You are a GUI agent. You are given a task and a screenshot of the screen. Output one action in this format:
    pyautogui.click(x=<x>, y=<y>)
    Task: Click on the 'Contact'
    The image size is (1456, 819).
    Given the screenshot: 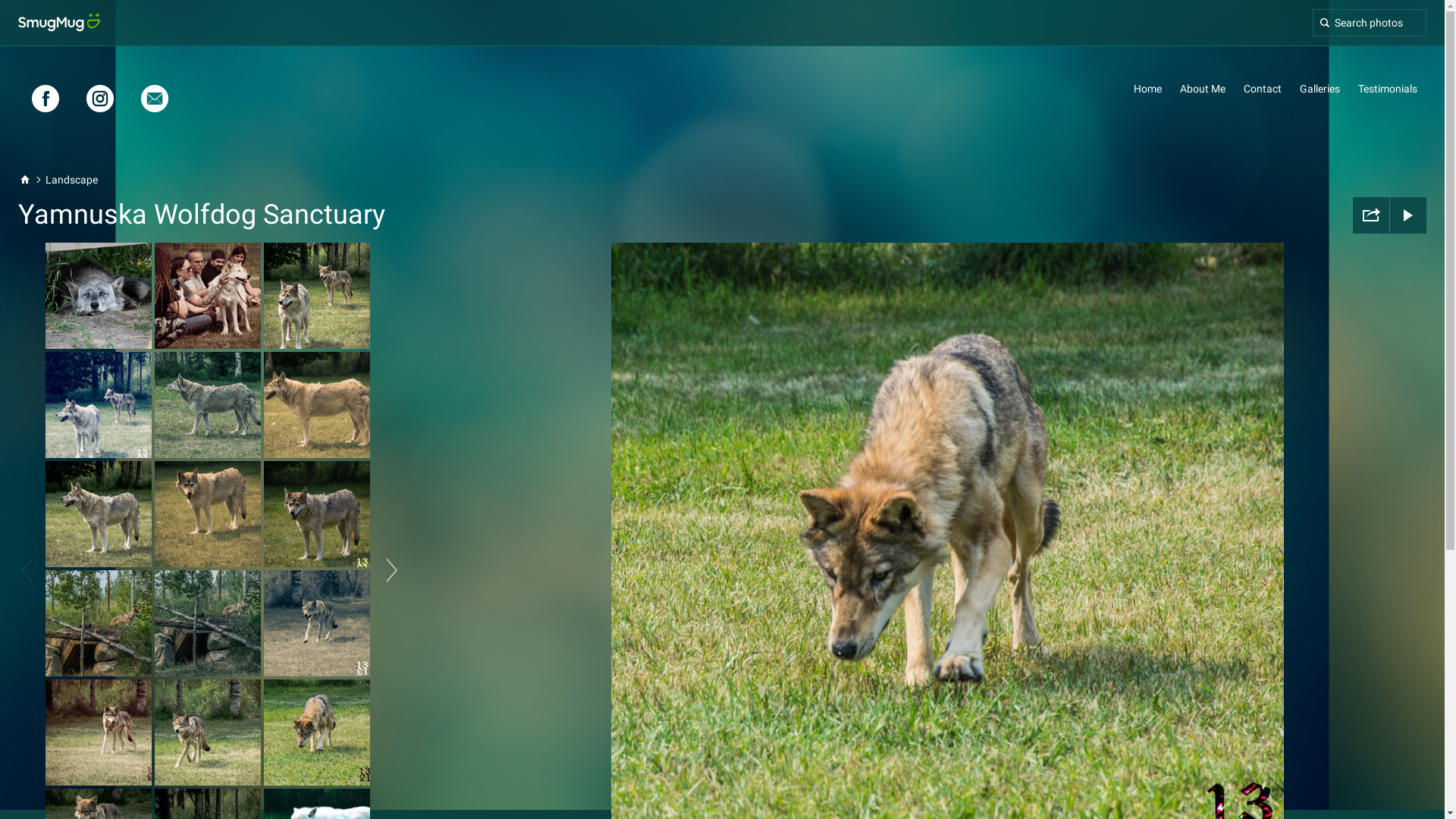 What is the action you would take?
    pyautogui.click(x=1263, y=88)
    